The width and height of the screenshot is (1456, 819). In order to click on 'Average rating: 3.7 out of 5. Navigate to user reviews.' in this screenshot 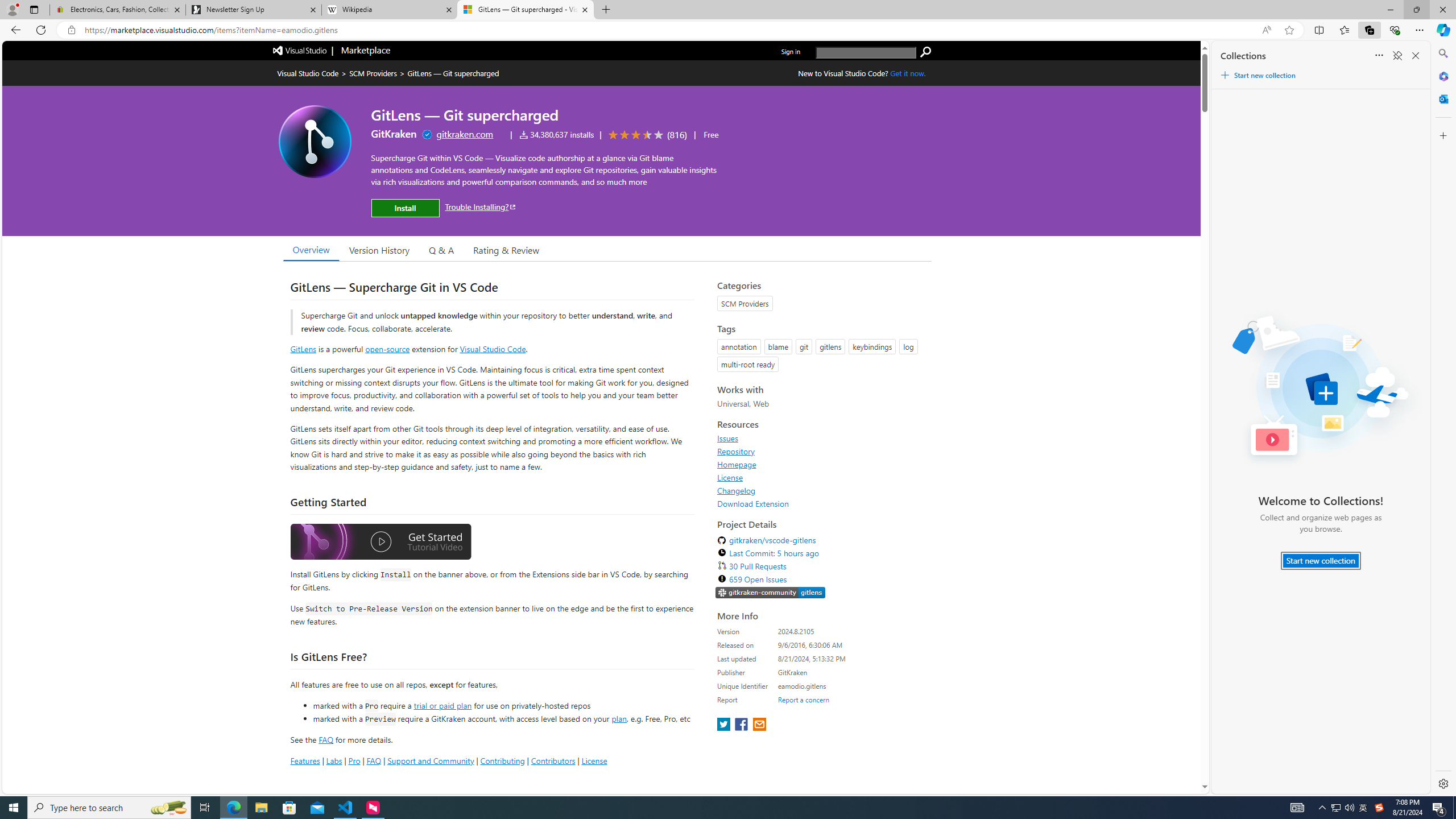, I will do `click(645, 135)`.